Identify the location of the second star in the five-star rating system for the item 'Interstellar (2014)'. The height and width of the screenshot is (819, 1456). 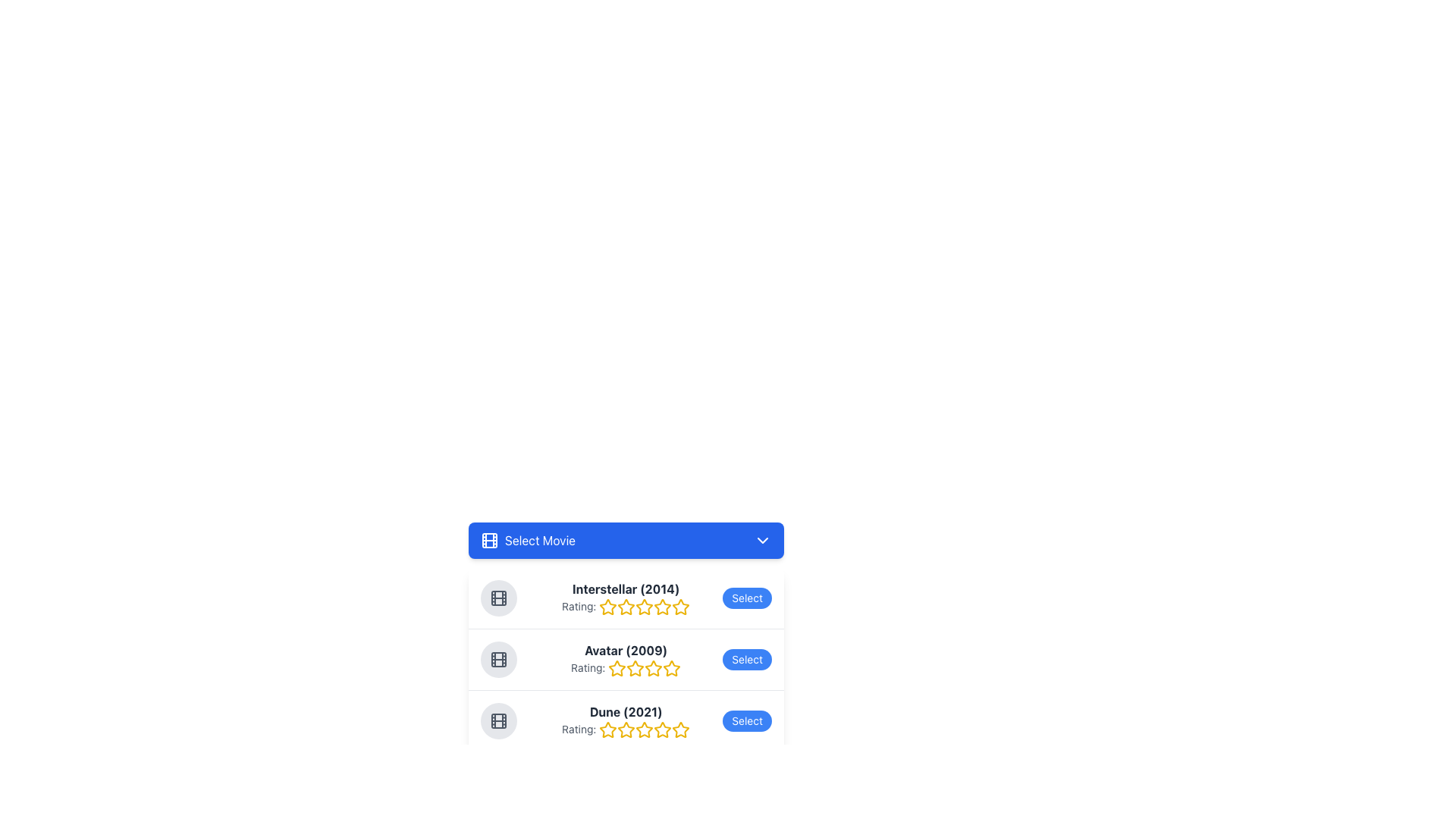
(626, 607).